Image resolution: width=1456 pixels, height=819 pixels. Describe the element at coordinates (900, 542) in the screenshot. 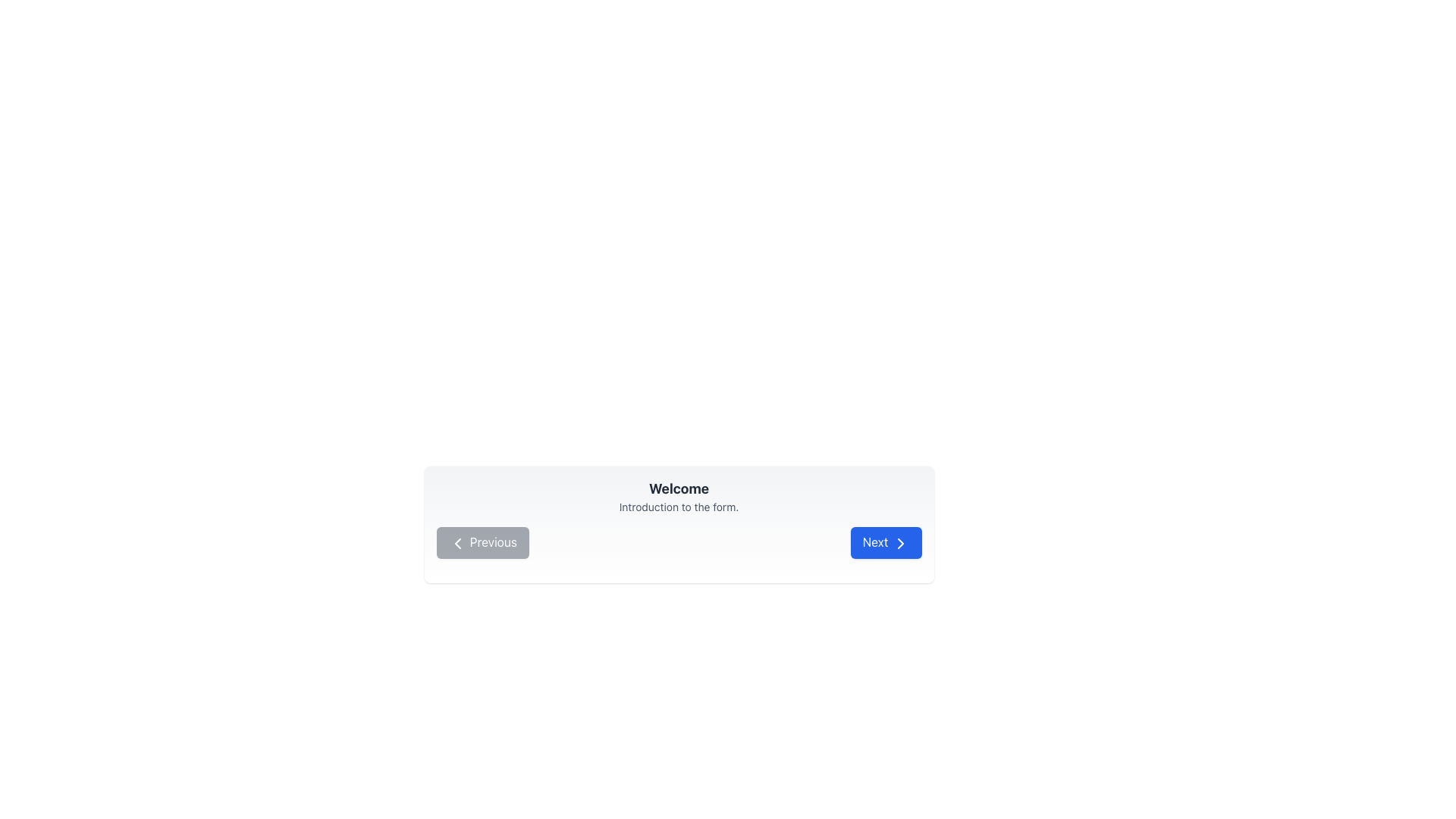

I see `the rightward-pointing chevron icon within the blue 'Next' button to proceed` at that location.